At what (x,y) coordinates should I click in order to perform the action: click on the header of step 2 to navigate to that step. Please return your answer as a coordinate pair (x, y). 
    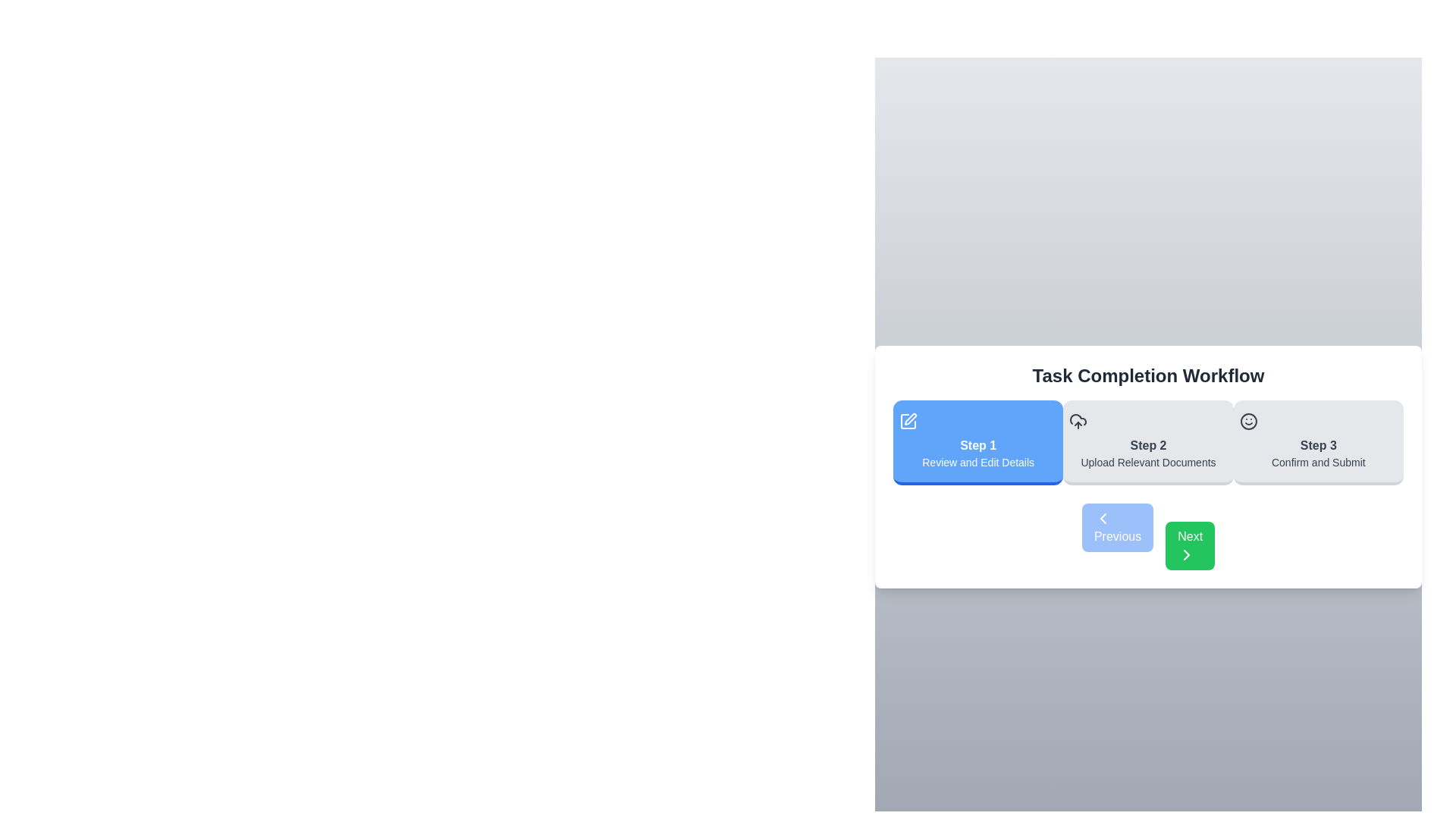
    Looking at the image, I should click on (1148, 442).